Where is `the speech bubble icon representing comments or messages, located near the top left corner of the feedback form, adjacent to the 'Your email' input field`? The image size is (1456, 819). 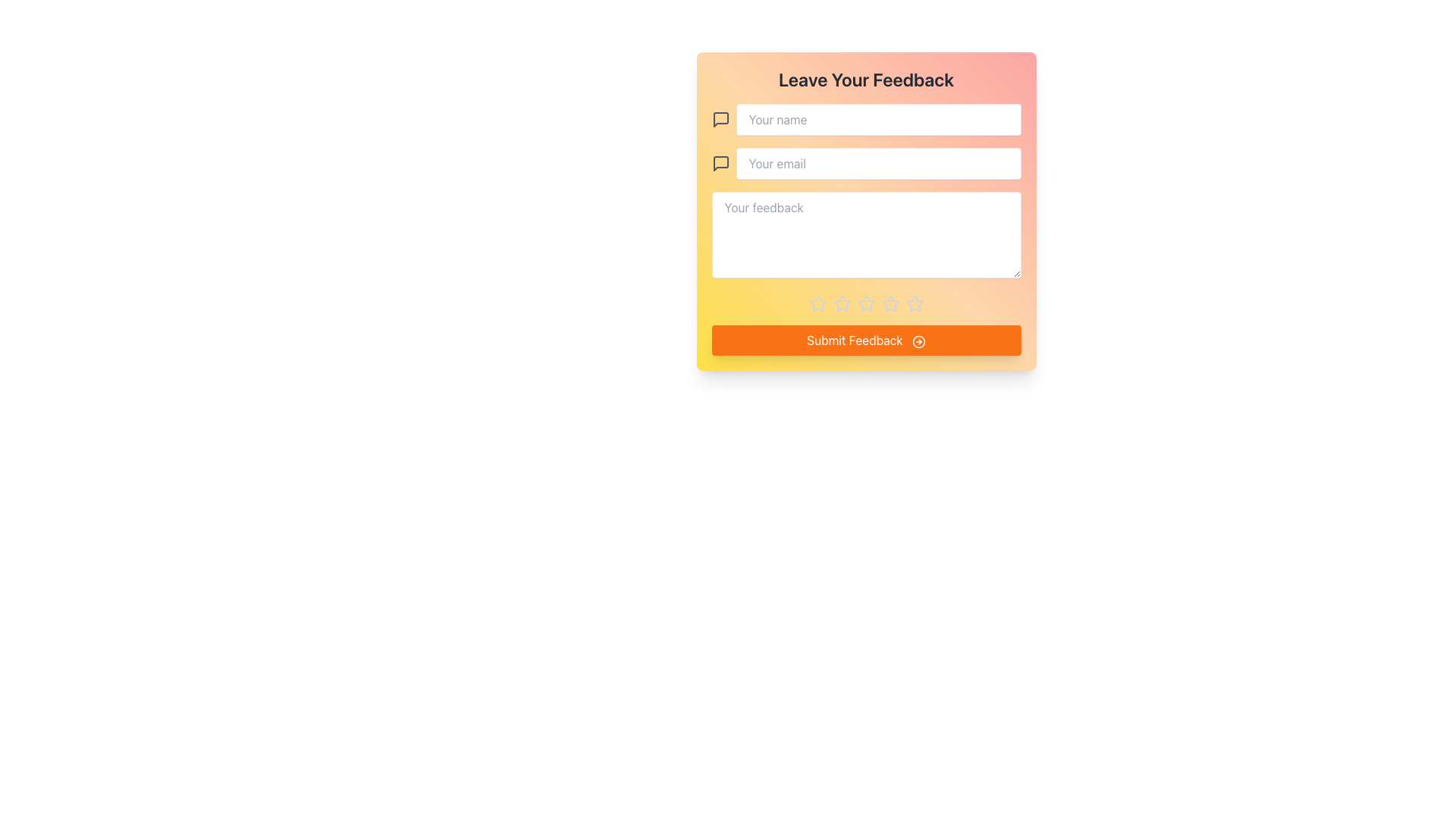 the speech bubble icon representing comments or messages, located near the top left corner of the feedback form, adjacent to the 'Your email' input field is located at coordinates (720, 119).